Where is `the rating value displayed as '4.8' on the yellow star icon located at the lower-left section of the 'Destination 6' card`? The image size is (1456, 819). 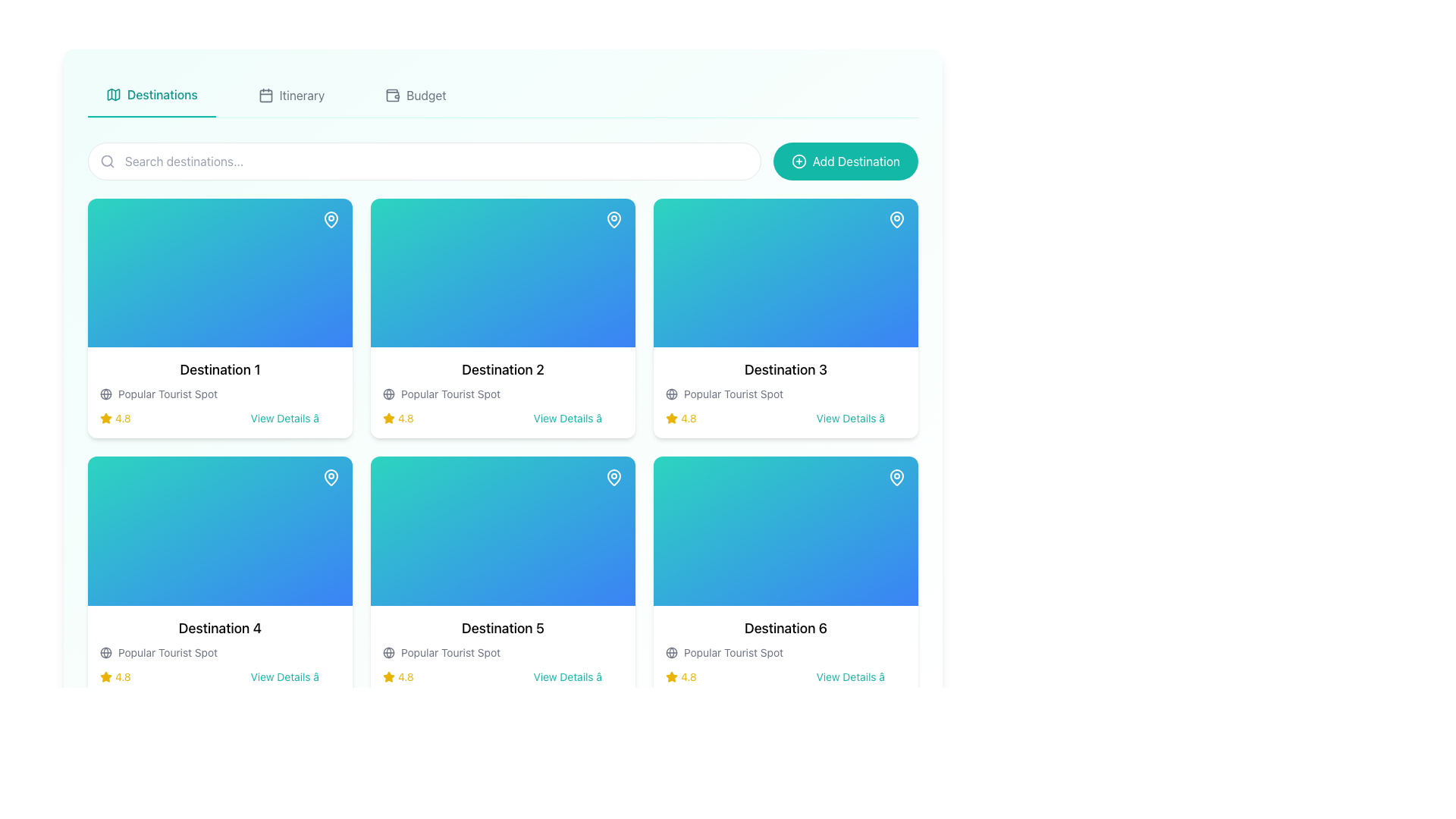 the rating value displayed as '4.8' on the yellow star icon located at the lower-left section of the 'Destination 6' card is located at coordinates (680, 676).